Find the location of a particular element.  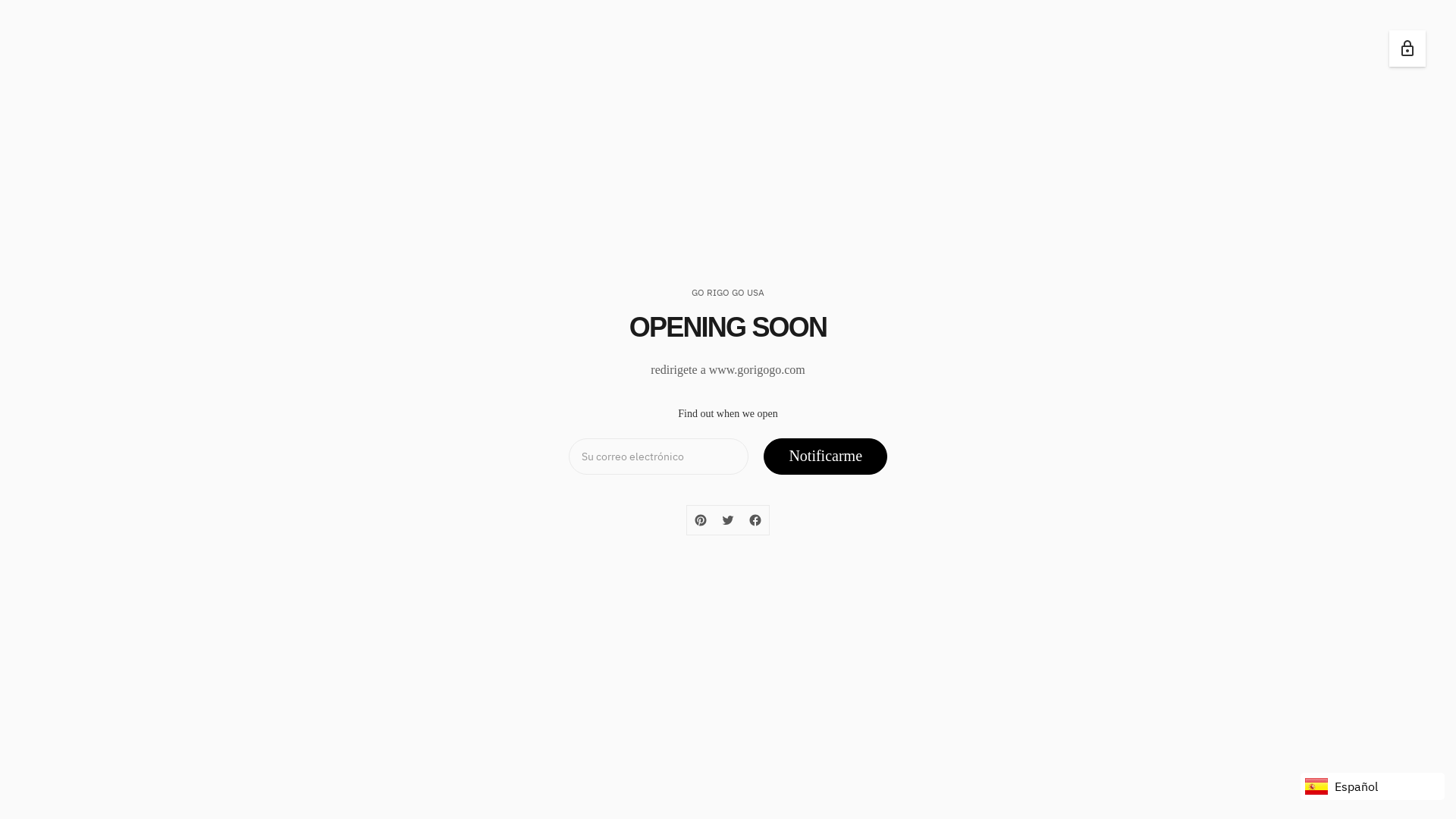

'Notificarme' is located at coordinates (824, 455).